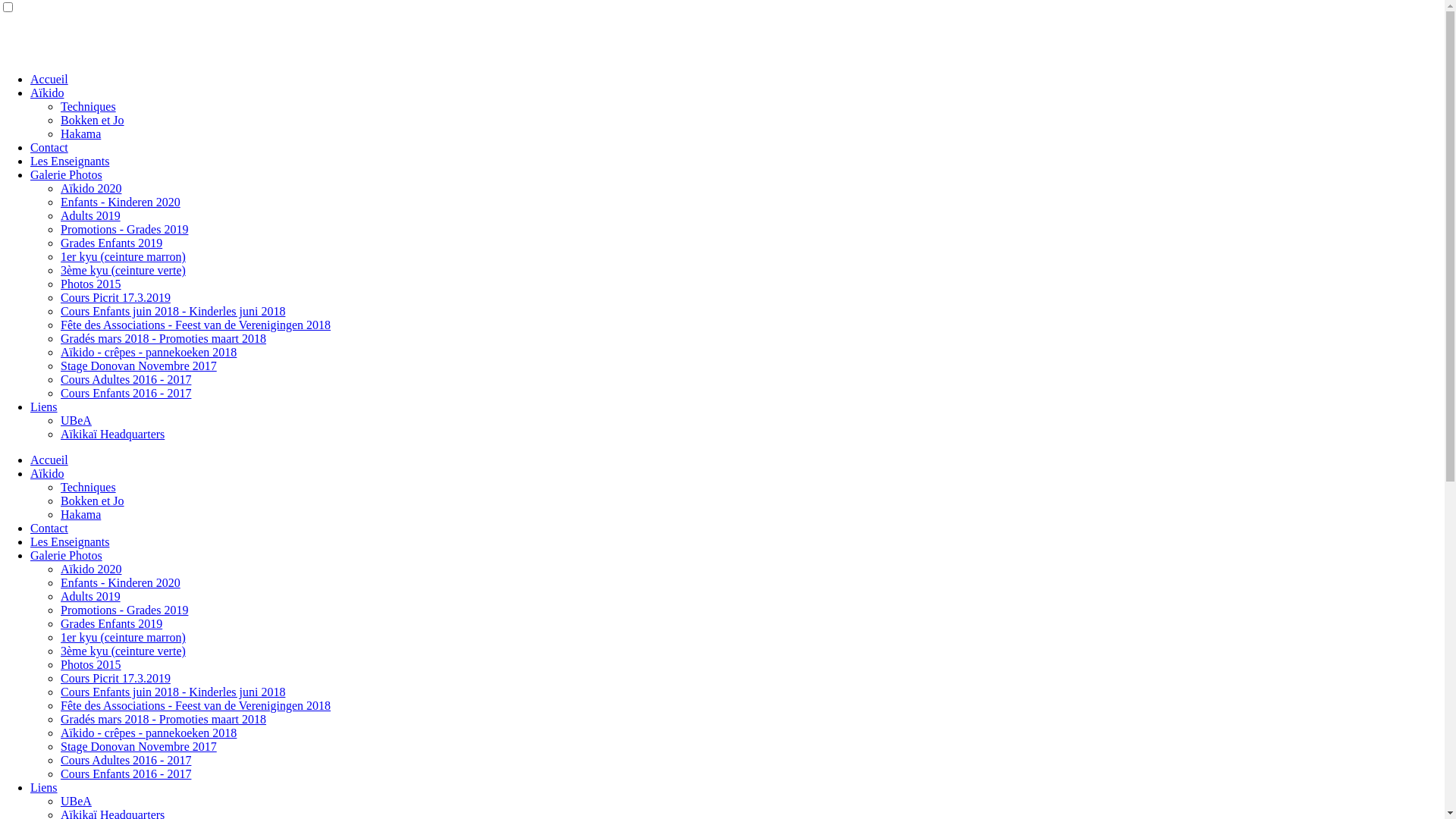  What do you see at coordinates (115, 297) in the screenshot?
I see `'Cours Picrit 17.3.2019'` at bounding box center [115, 297].